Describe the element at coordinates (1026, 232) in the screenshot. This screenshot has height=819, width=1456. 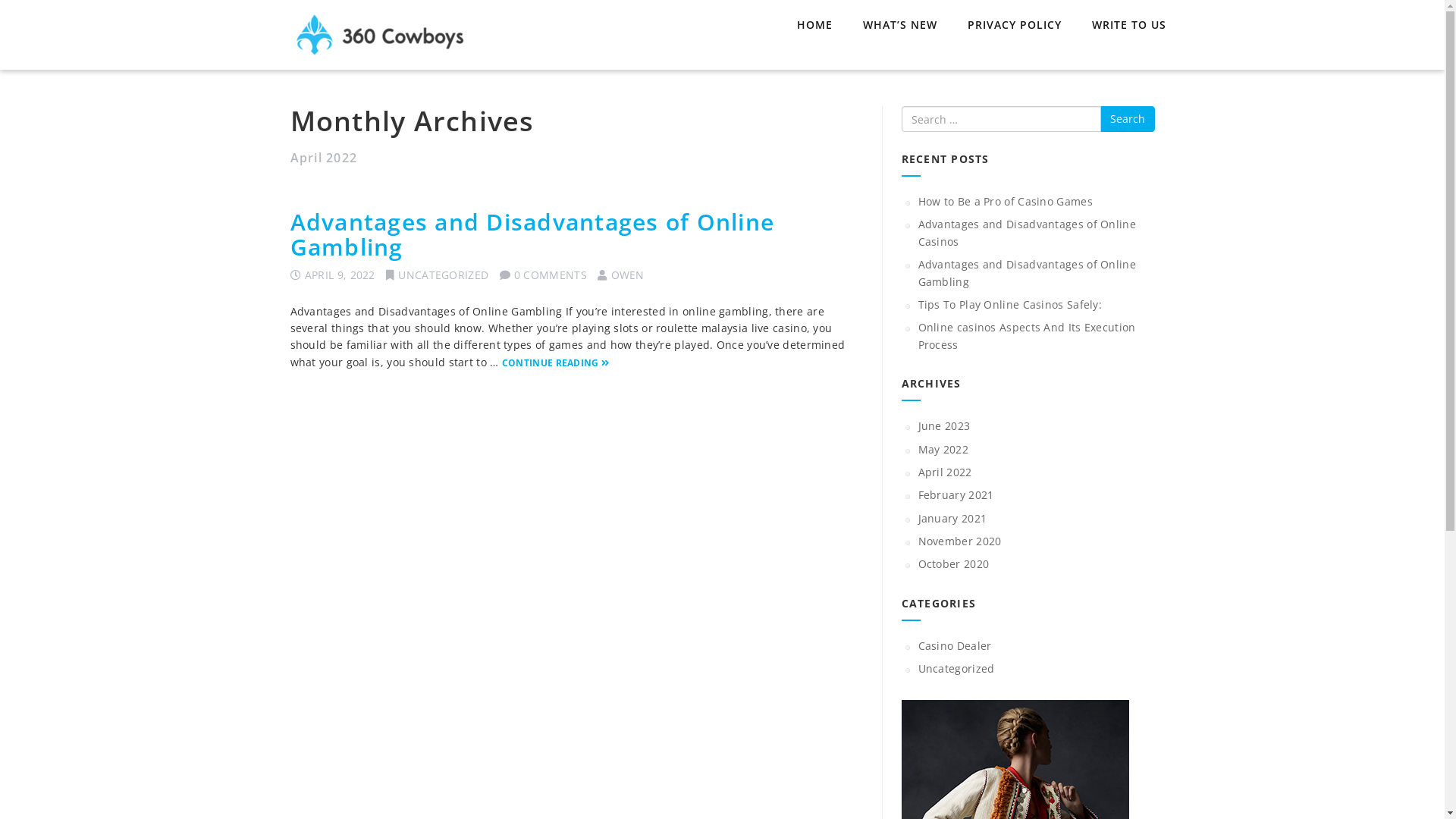
I see `'Advantages and Disadvantages of Online Casinos'` at that location.